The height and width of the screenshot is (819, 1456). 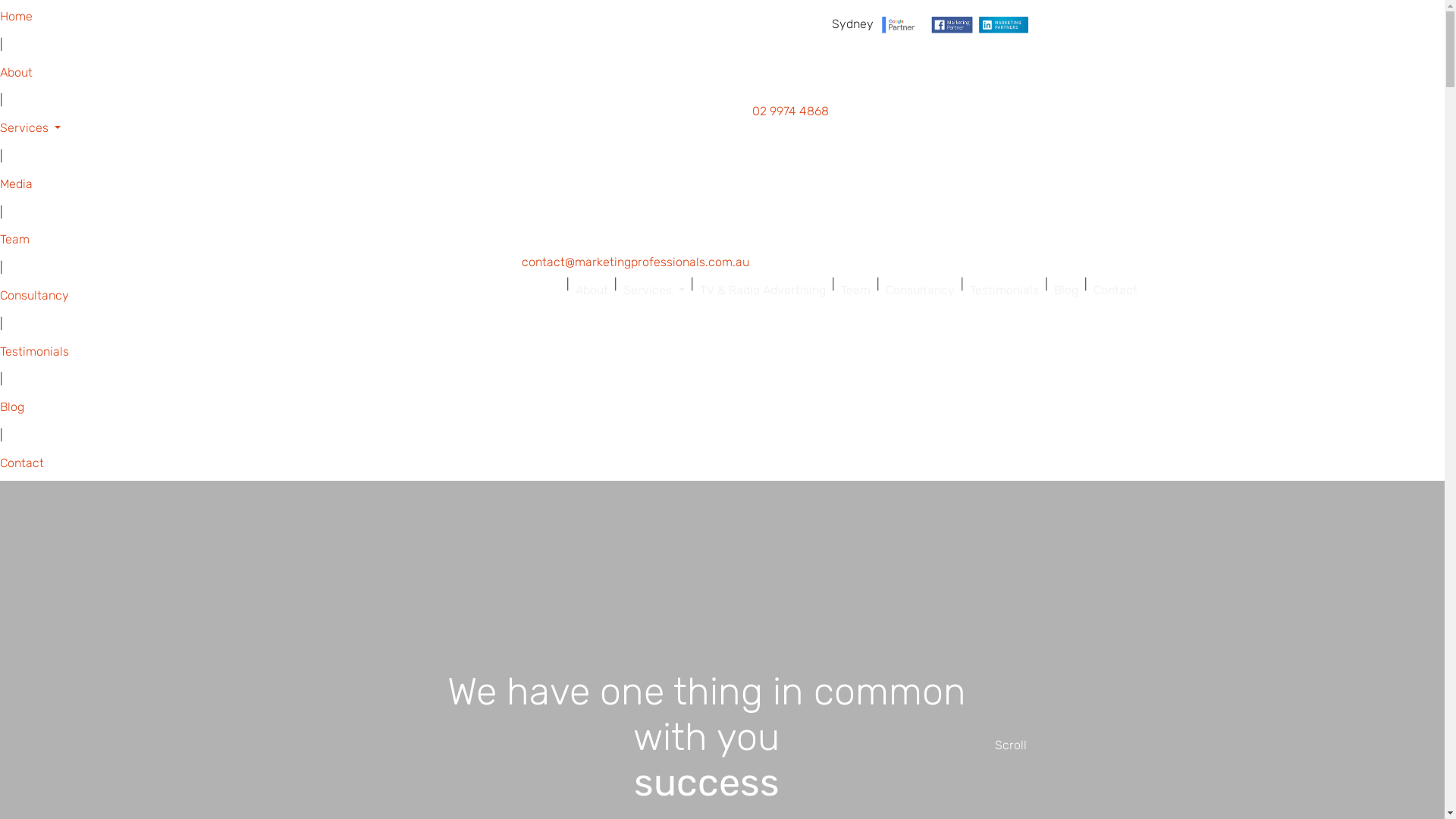 I want to click on 'Contact', so click(x=1115, y=290).